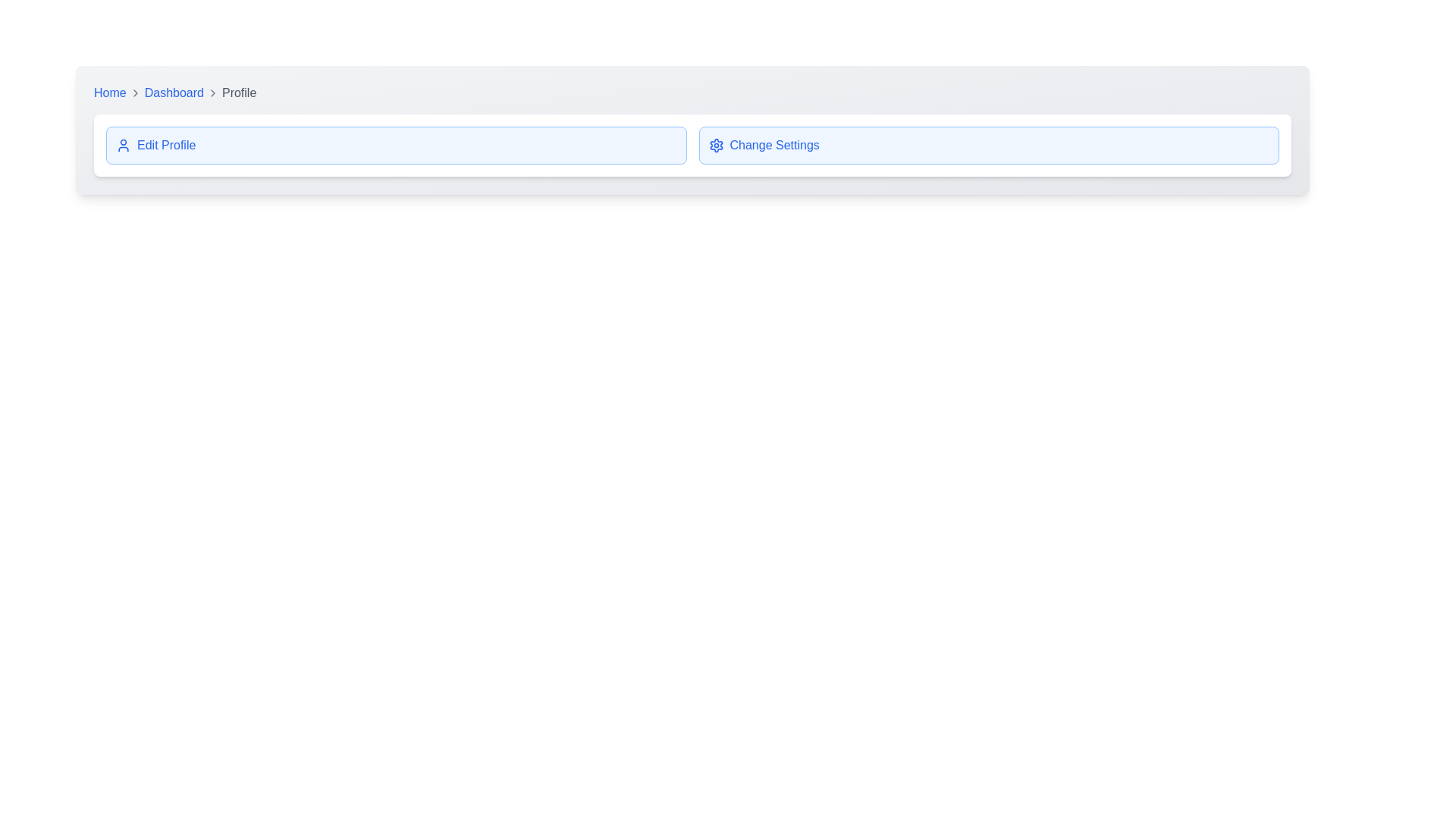 Image resolution: width=1456 pixels, height=819 pixels. I want to click on the 'Profile' text label in the breadcrumb navigation bar, which is displayed in gray font and is the third sibling after 'Dashboard', so click(238, 93).